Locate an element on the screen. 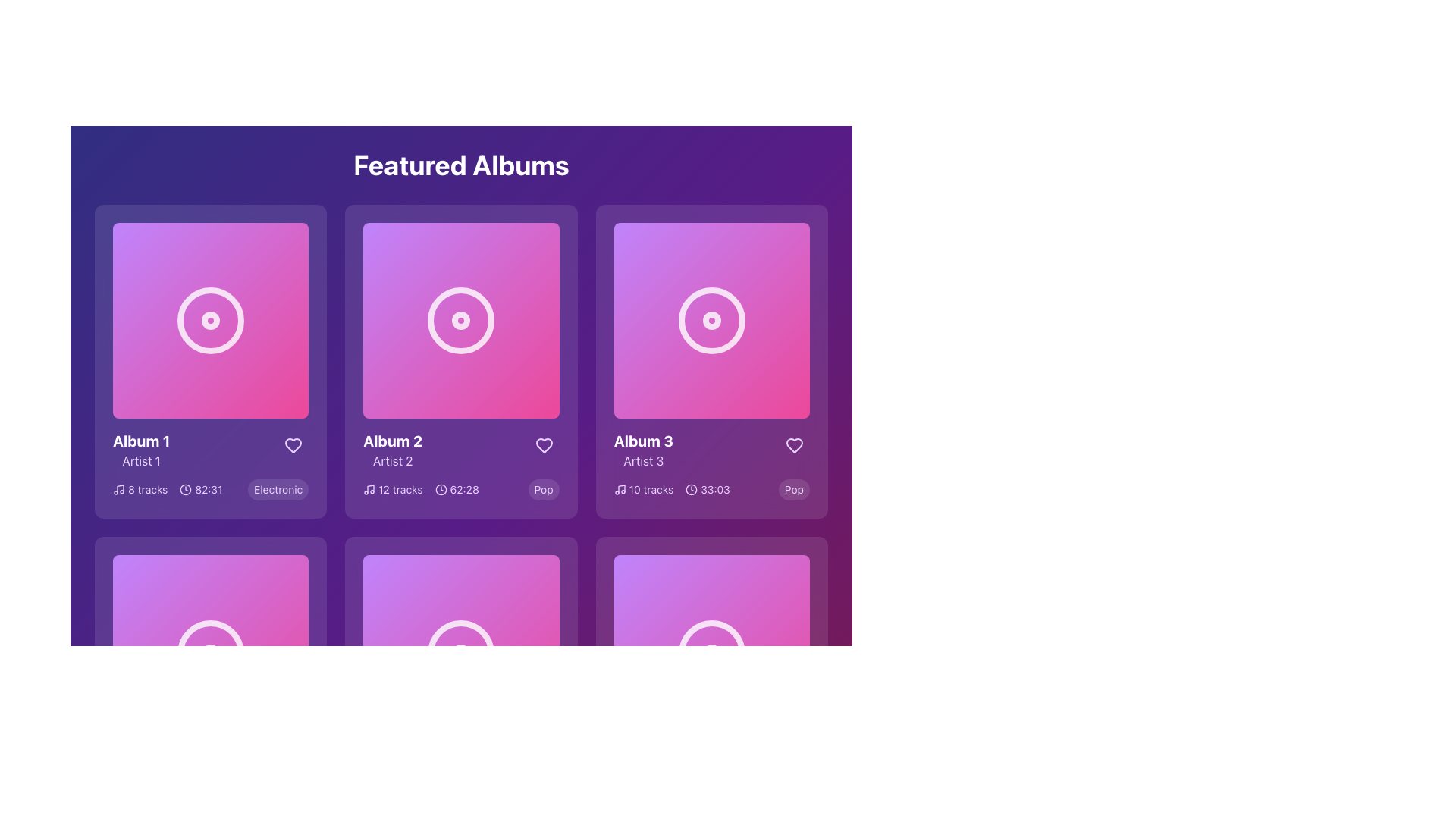  genre label indicating 'Pop' located in the bottom-right segment of the album description box for Album 3 is located at coordinates (793, 490).